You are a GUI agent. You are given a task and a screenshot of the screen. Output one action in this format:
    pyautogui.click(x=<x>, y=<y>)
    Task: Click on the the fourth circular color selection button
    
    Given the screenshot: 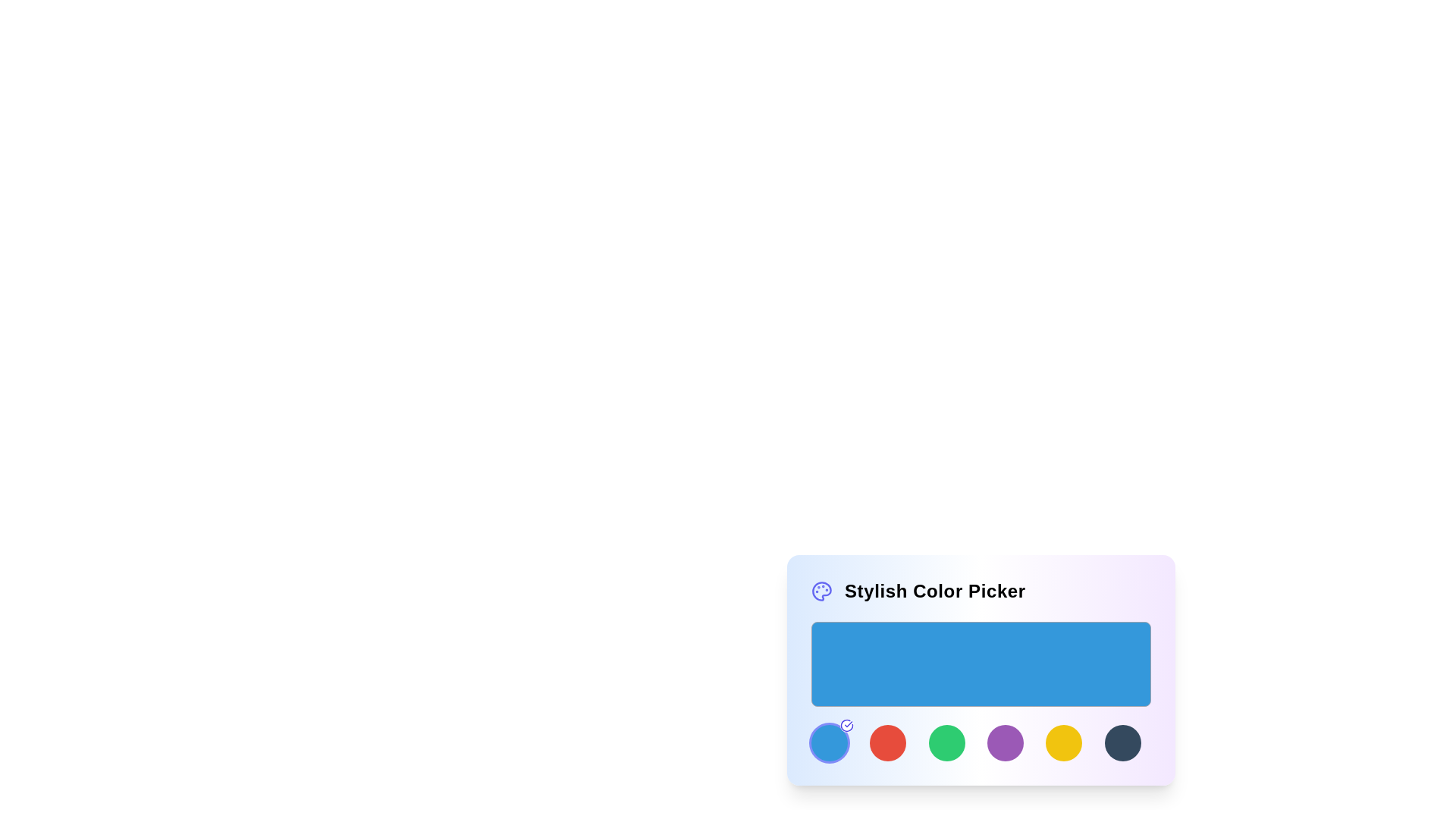 What is the action you would take?
    pyautogui.click(x=946, y=742)
    